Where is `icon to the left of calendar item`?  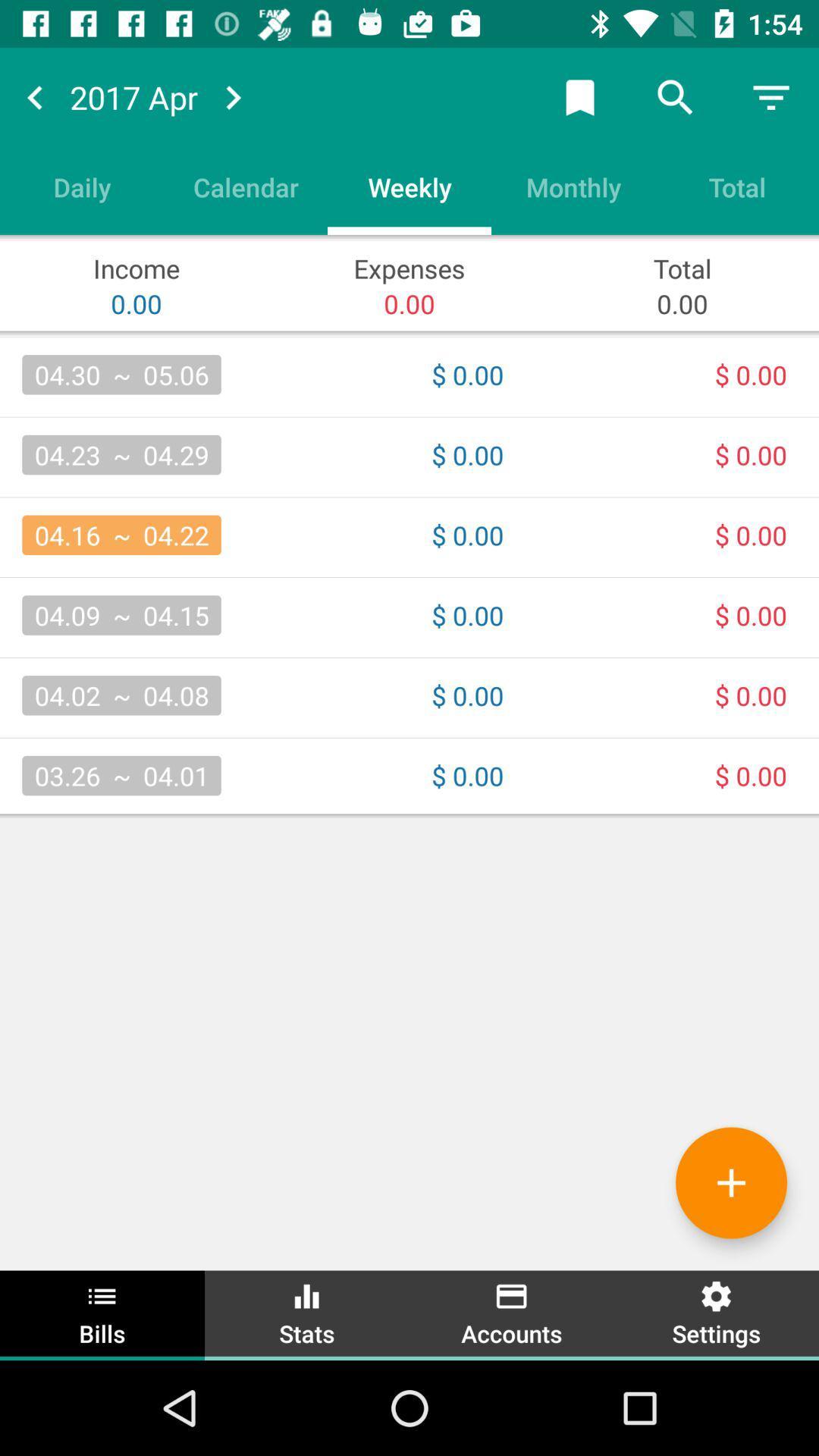
icon to the left of calendar item is located at coordinates (82, 186).